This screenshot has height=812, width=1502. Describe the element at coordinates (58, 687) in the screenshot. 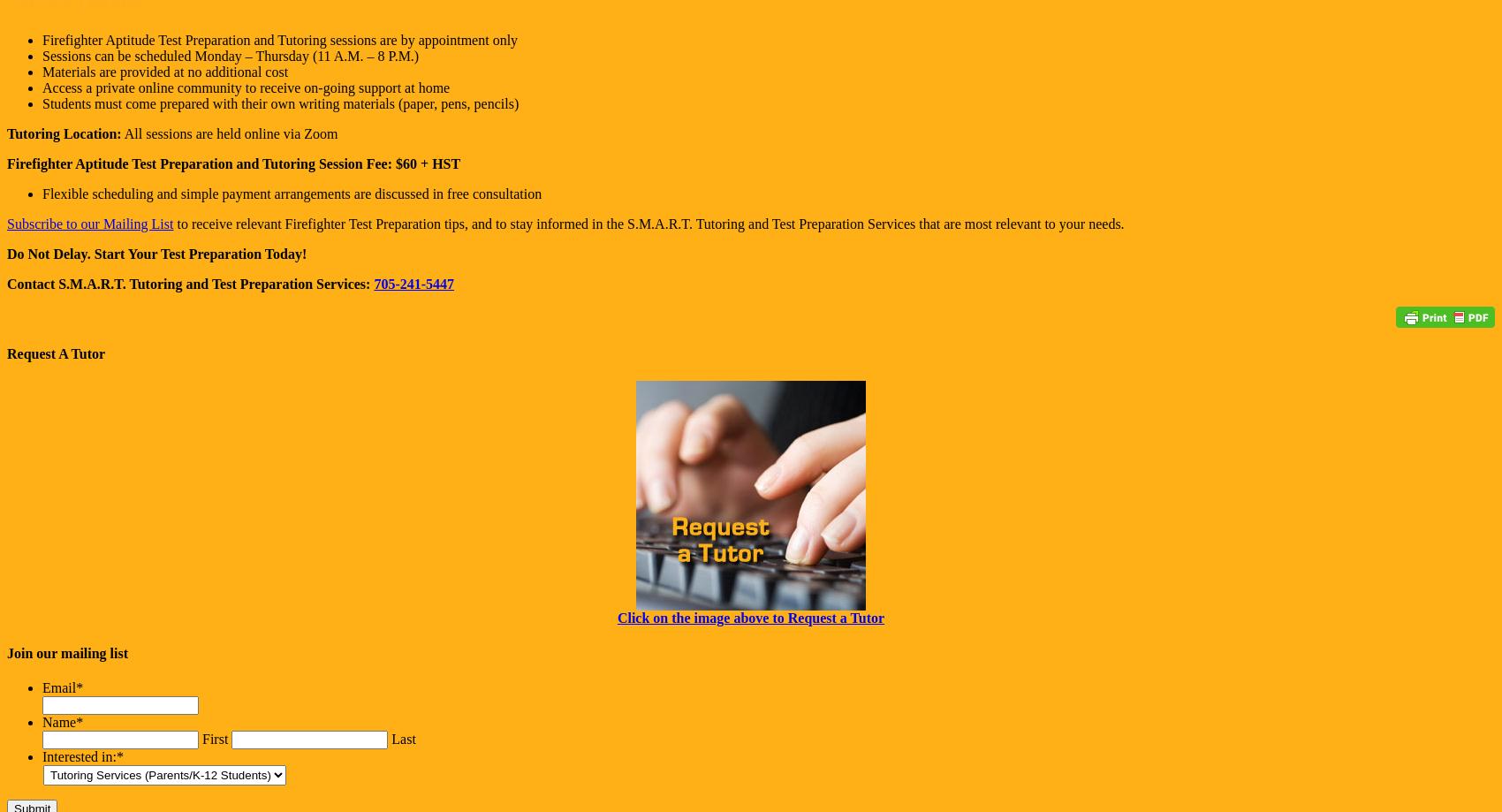

I see `'Email'` at that location.